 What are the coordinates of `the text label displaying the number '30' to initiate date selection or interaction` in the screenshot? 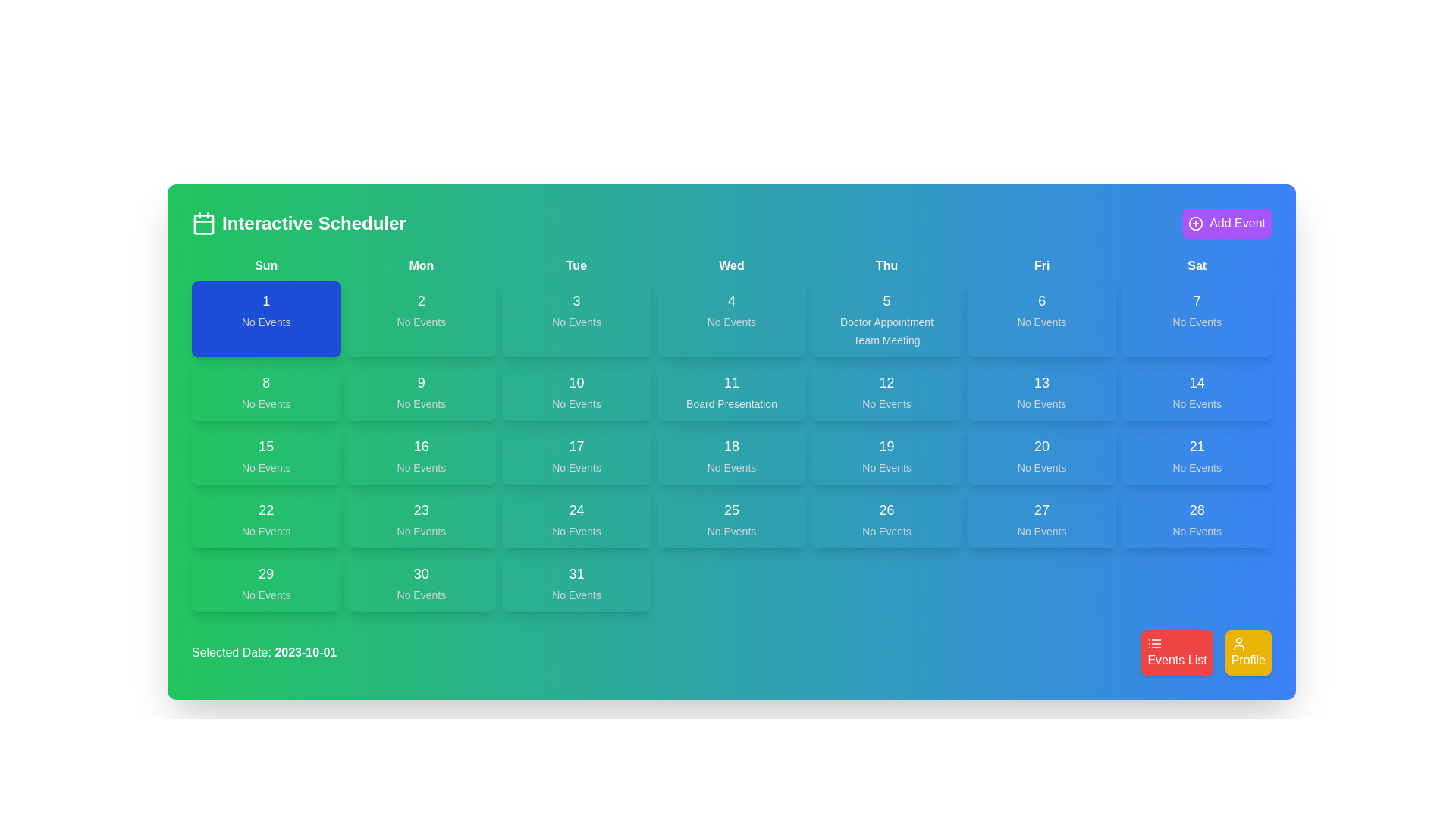 It's located at (421, 573).